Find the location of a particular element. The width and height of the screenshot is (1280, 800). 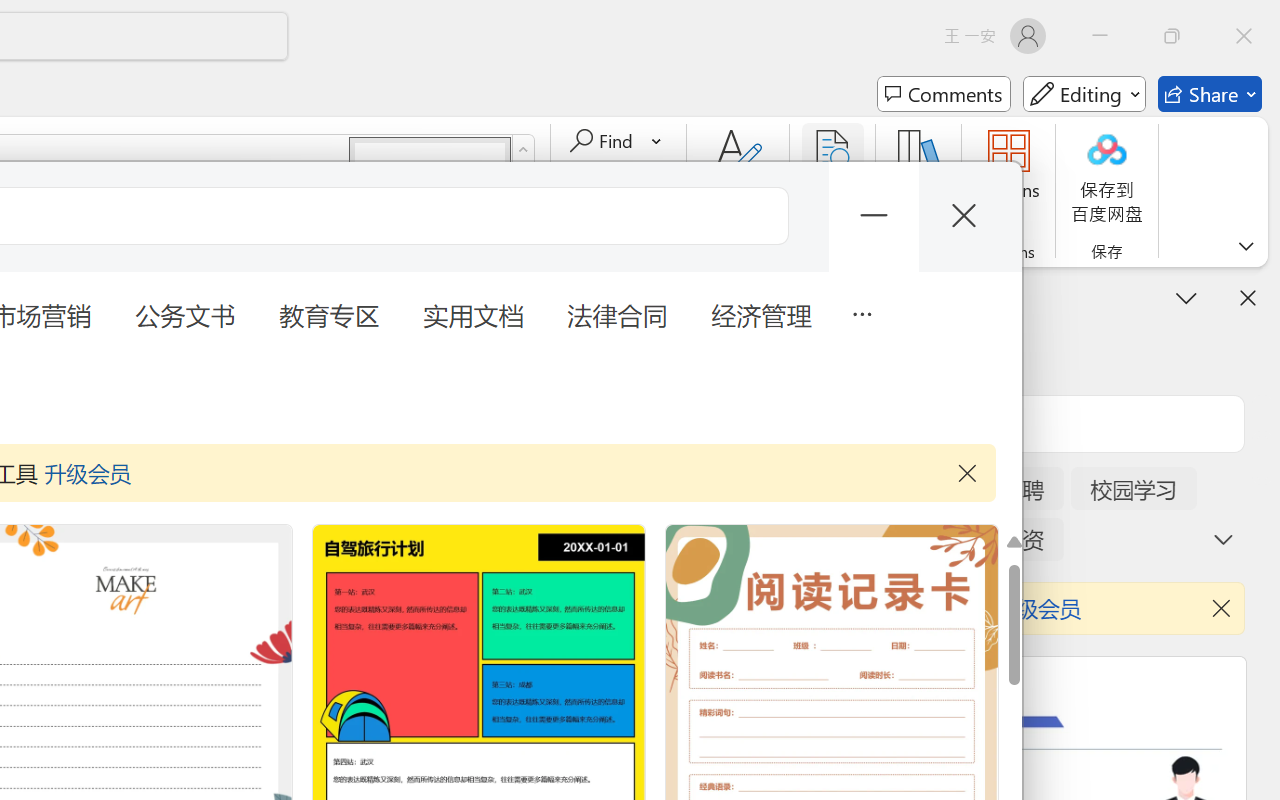

'Restore Down' is located at coordinates (1172, 35).